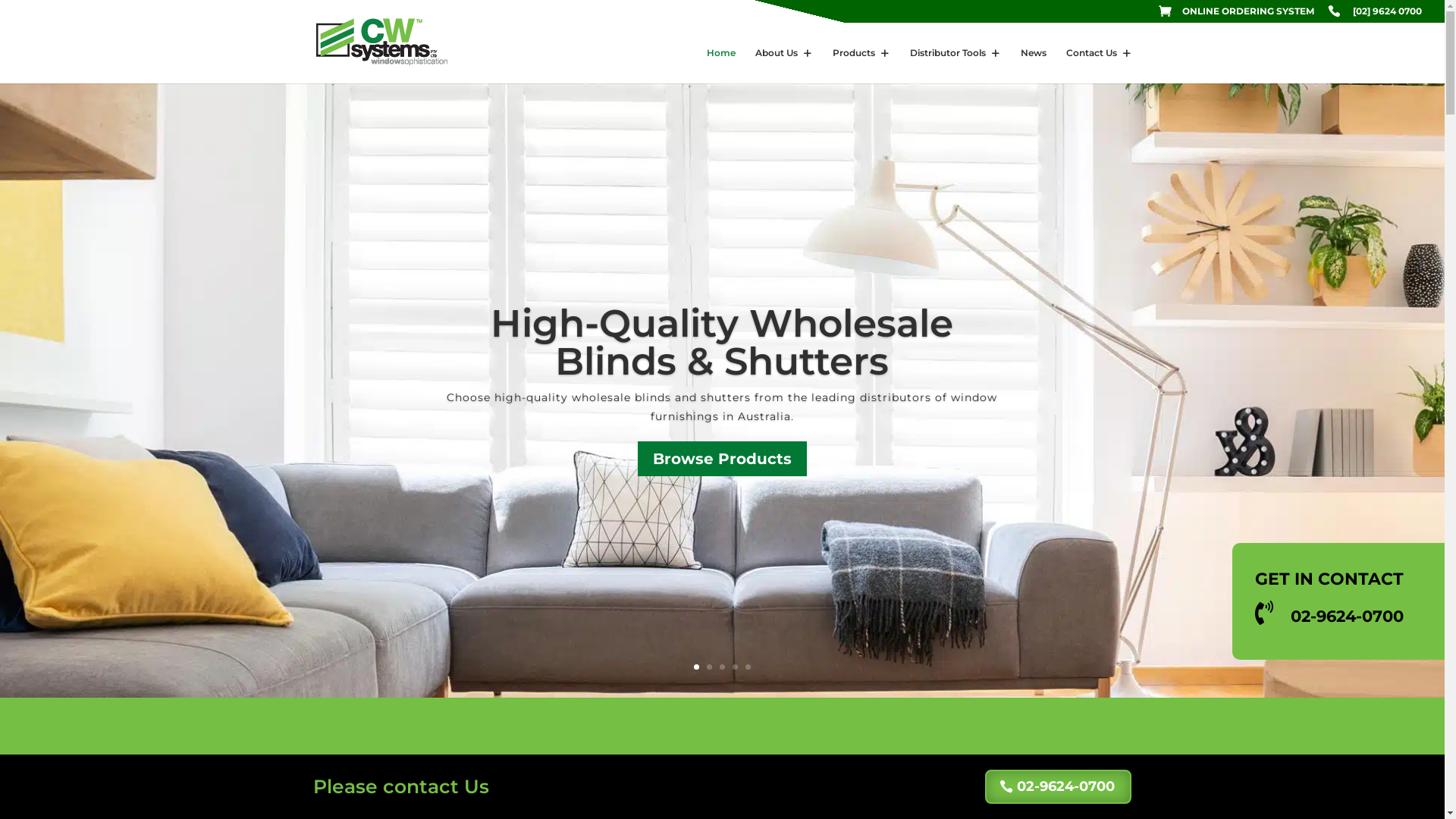  Describe the element at coordinates (695, 666) in the screenshot. I see `'1'` at that location.